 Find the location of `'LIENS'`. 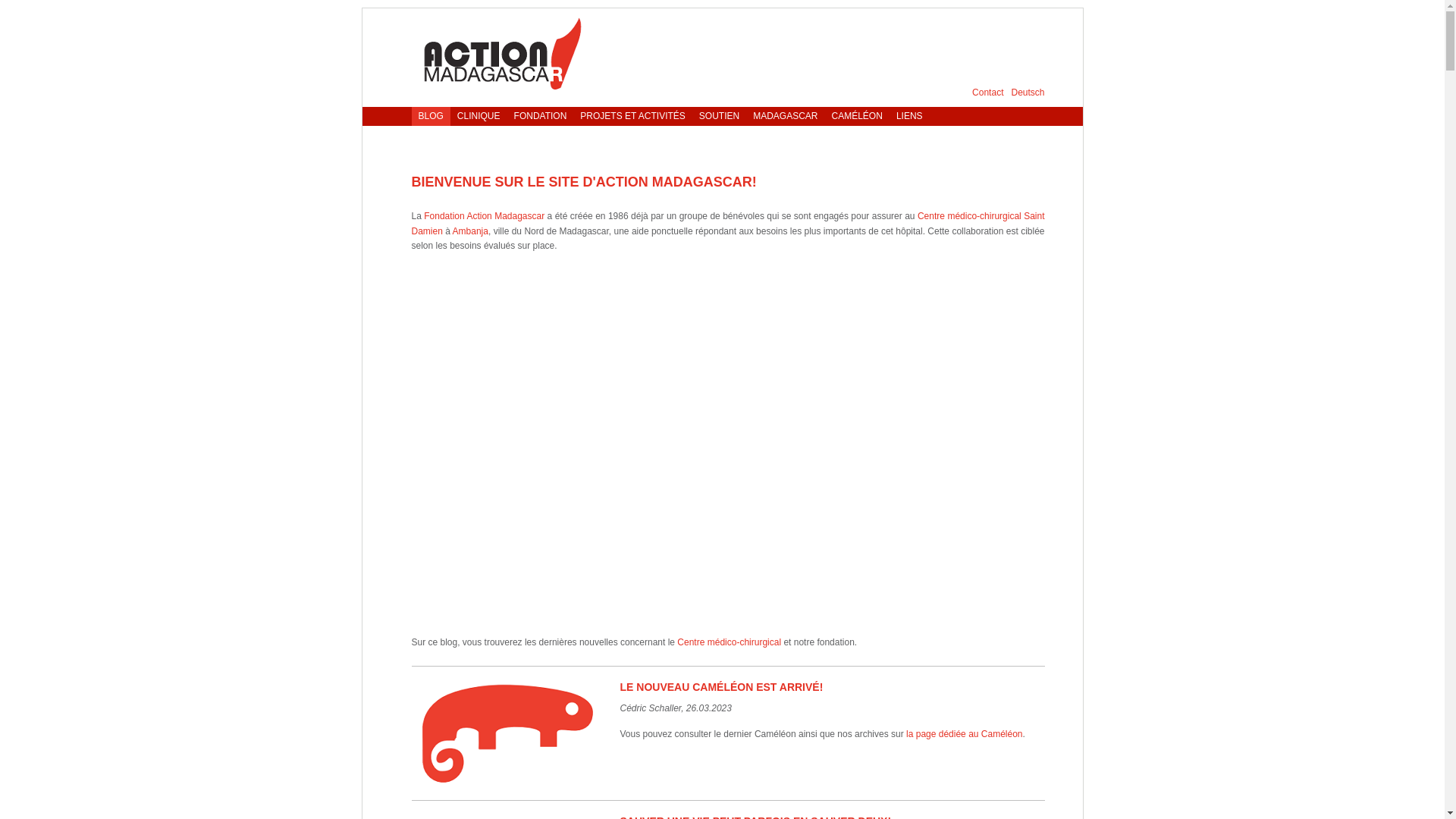

'LIENS' is located at coordinates (909, 115).